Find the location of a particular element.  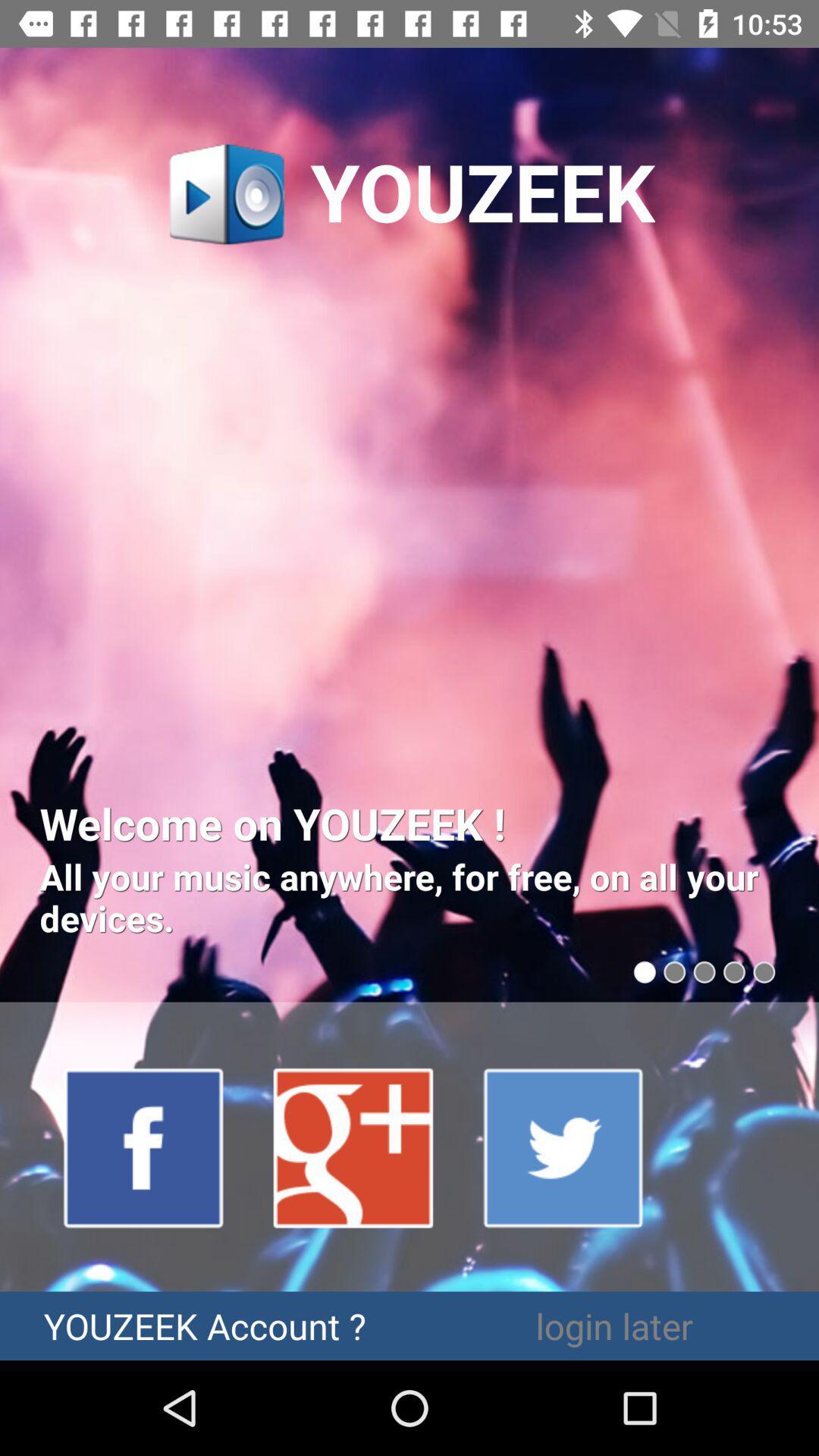

use facebook account is located at coordinates (144, 1147).